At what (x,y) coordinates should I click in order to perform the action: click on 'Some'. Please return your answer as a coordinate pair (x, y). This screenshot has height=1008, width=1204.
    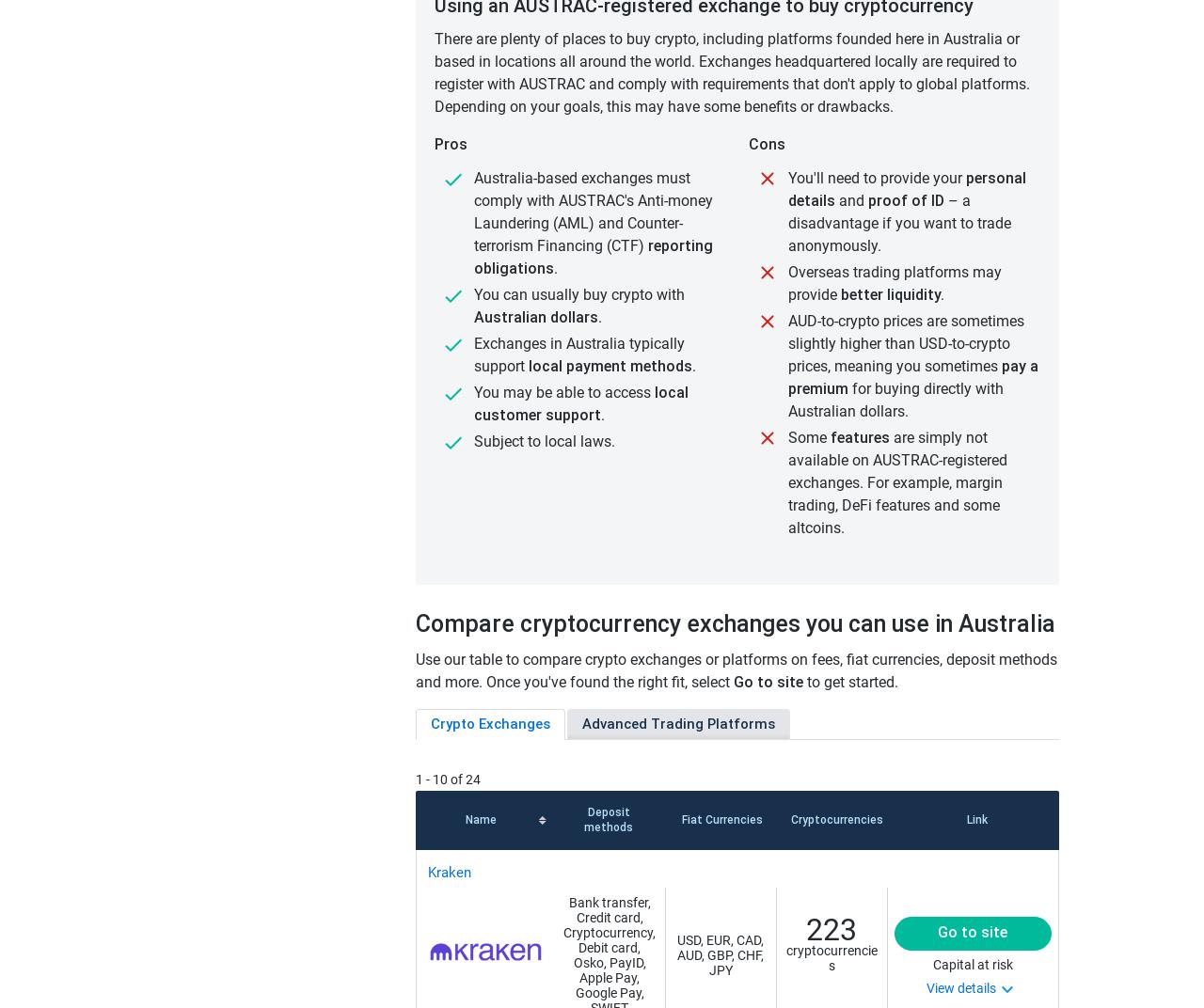
    Looking at the image, I should click on (788, 436).